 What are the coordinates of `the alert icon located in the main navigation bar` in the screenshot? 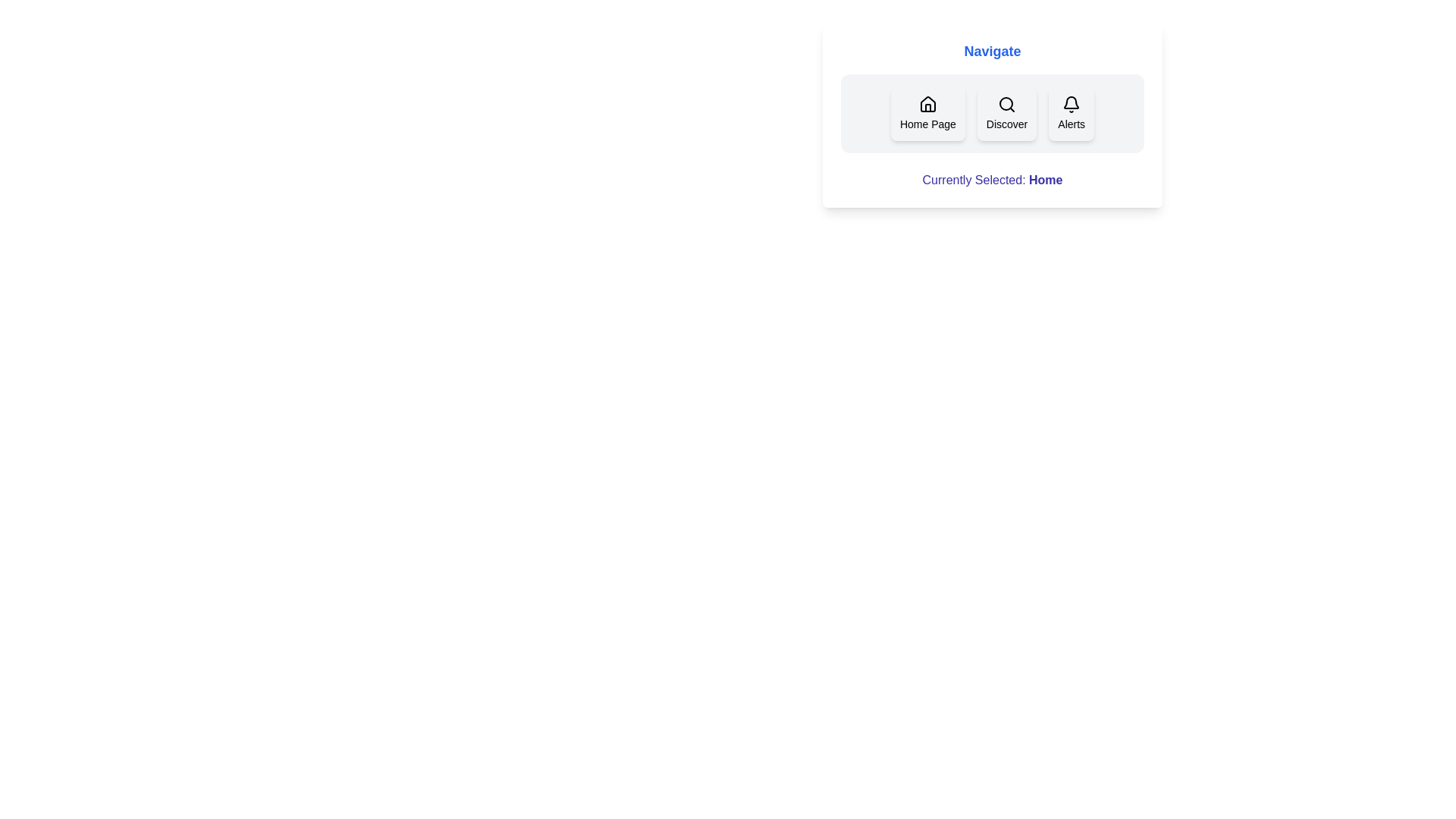 It's located at (1071, 102).